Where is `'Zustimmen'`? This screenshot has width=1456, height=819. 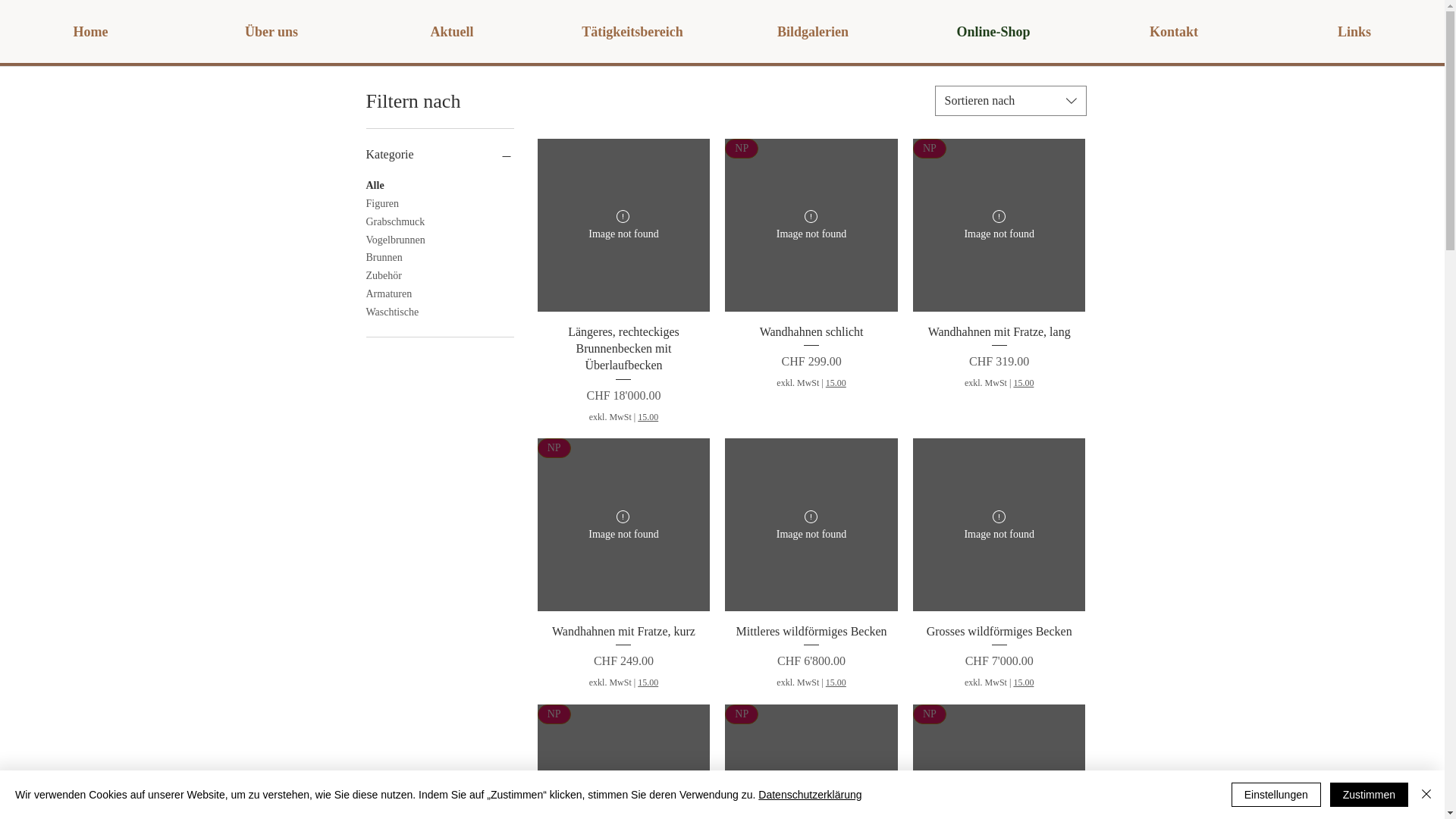
'Zustimmen' is located at coordinates (1369, 794).